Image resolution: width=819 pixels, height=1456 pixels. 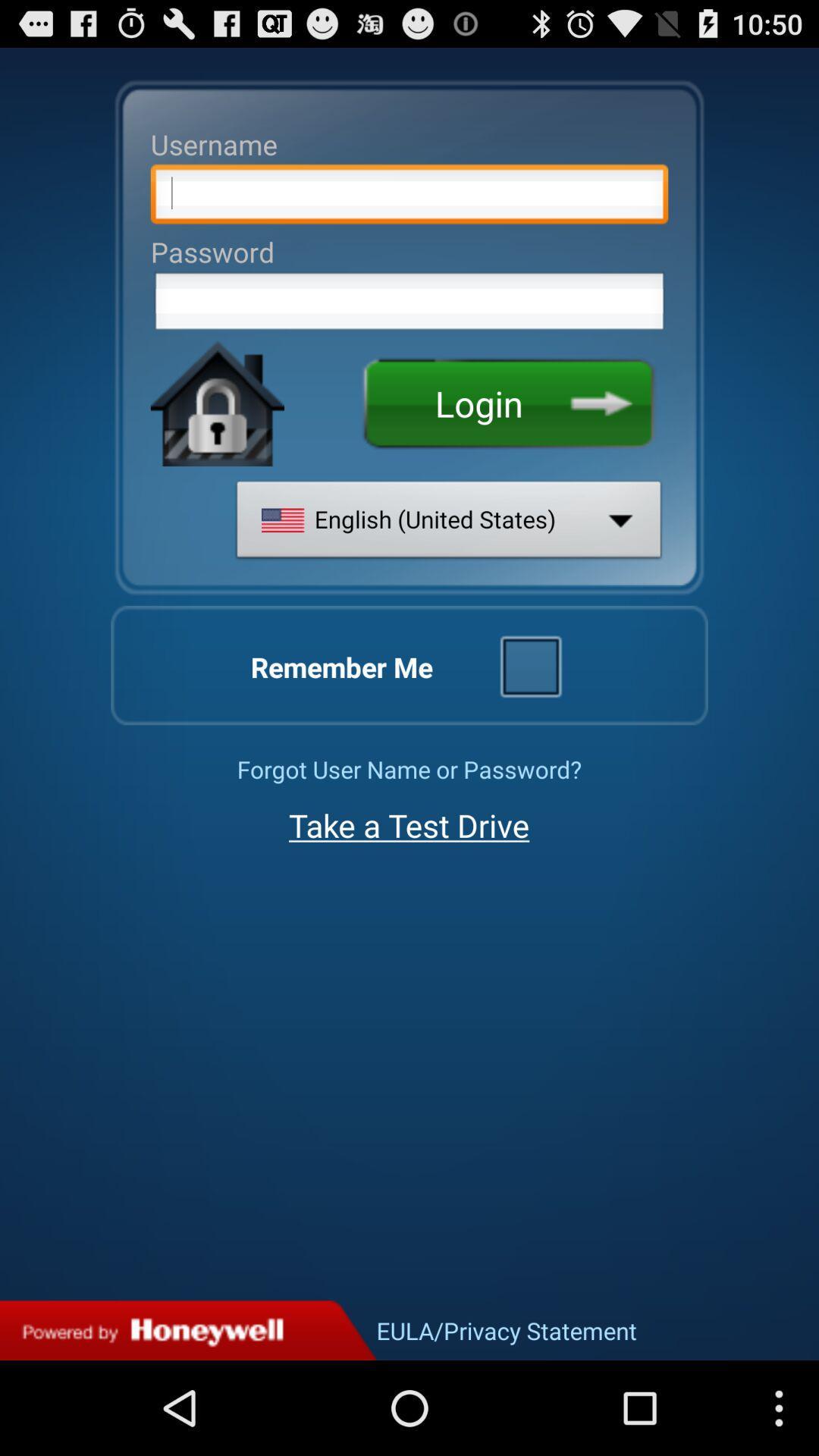 I want to click on advertising, so click(x=187, y=1329).